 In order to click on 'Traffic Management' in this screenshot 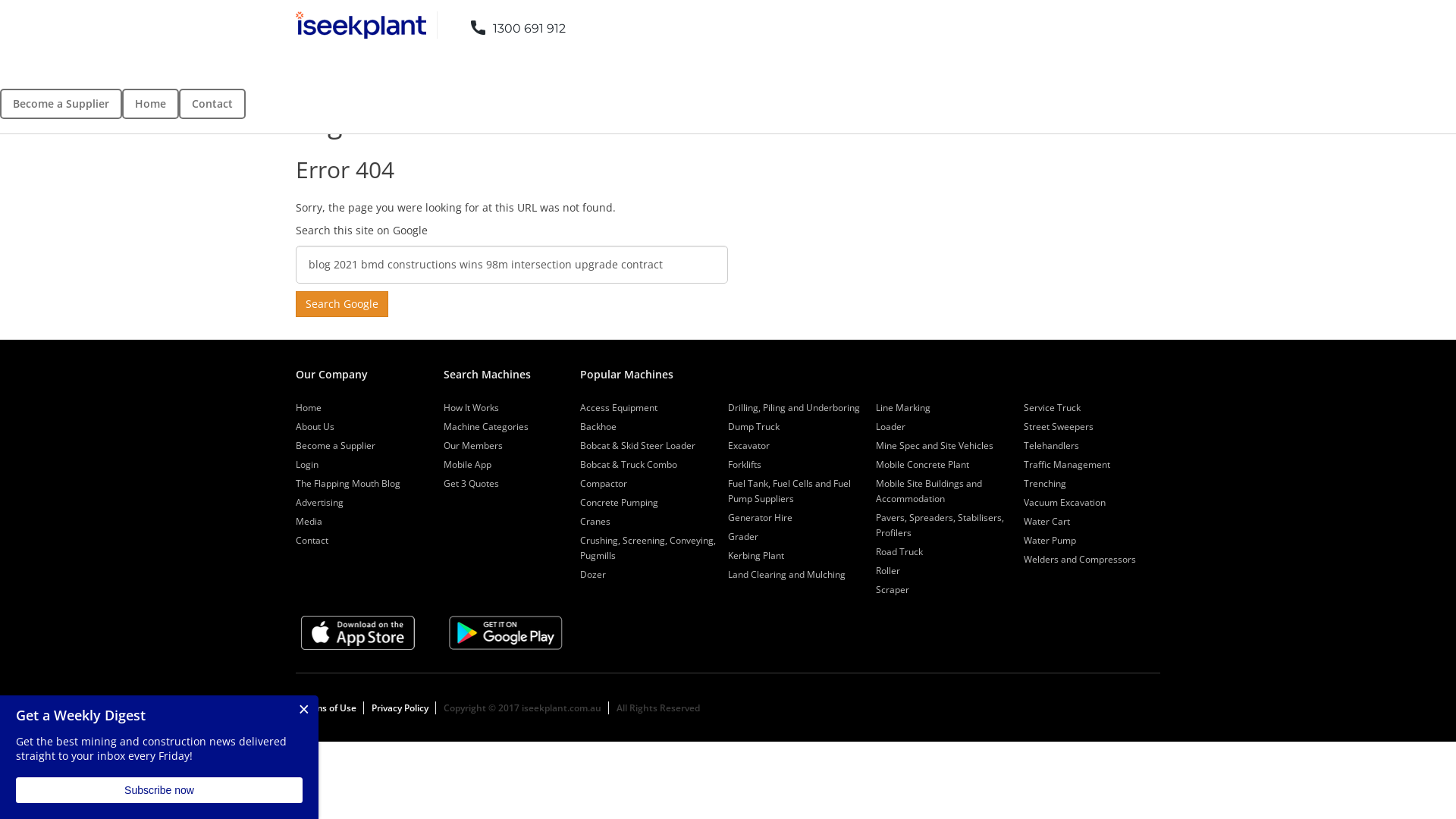, I will do `click(1065, 463)`.